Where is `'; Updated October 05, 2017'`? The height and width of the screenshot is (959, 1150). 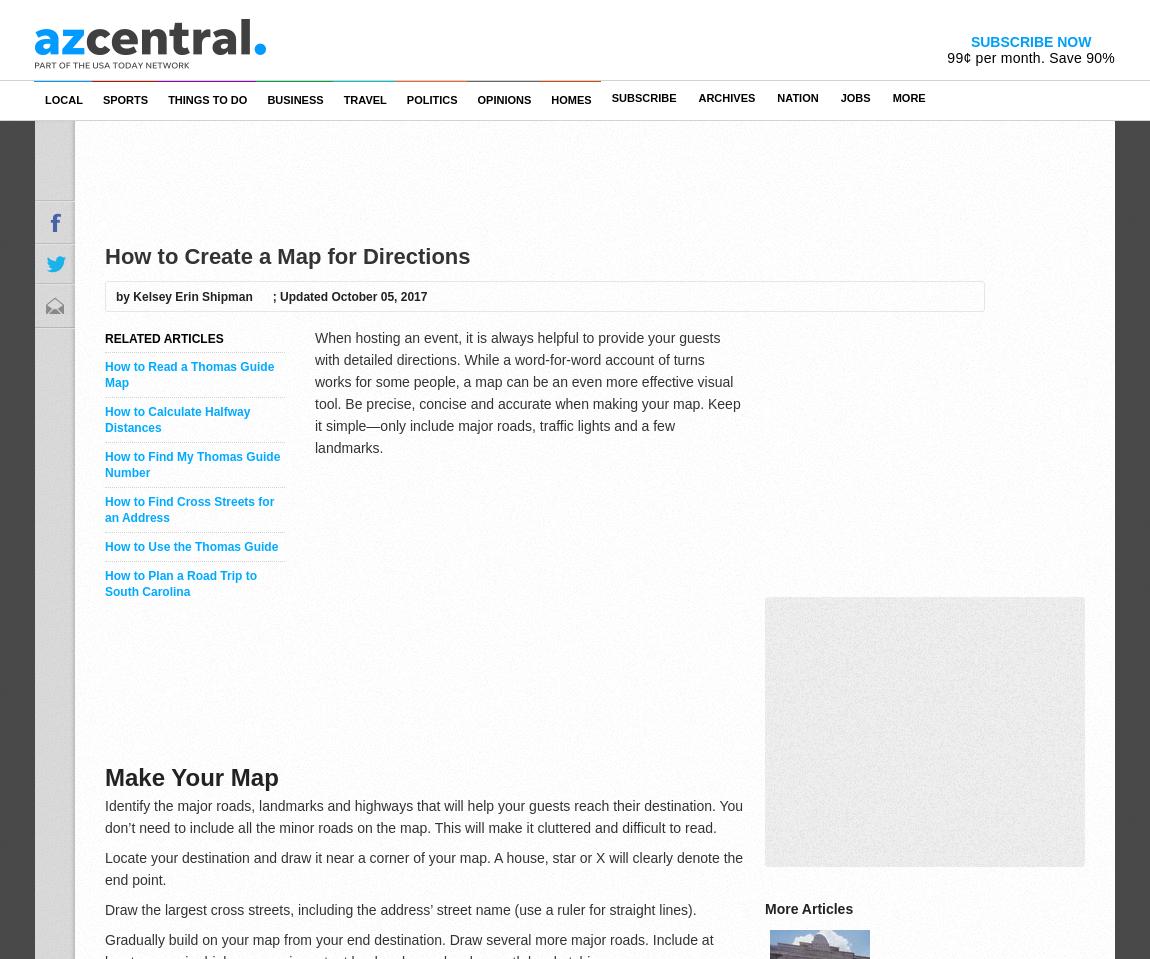
'; Updated October 05, 2017' is located at coordinates (349, 296).